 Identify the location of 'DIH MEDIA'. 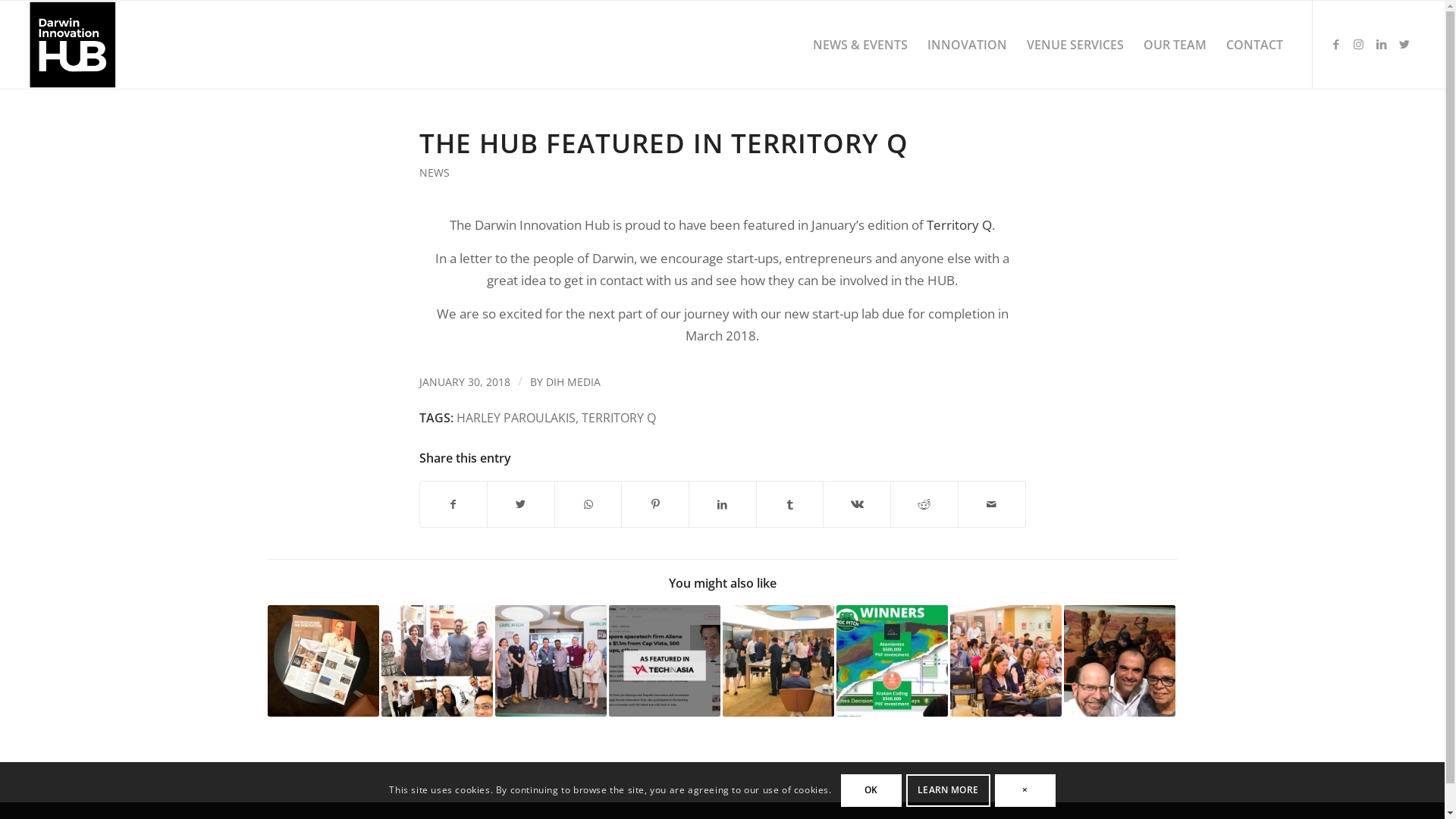
(572, 381).